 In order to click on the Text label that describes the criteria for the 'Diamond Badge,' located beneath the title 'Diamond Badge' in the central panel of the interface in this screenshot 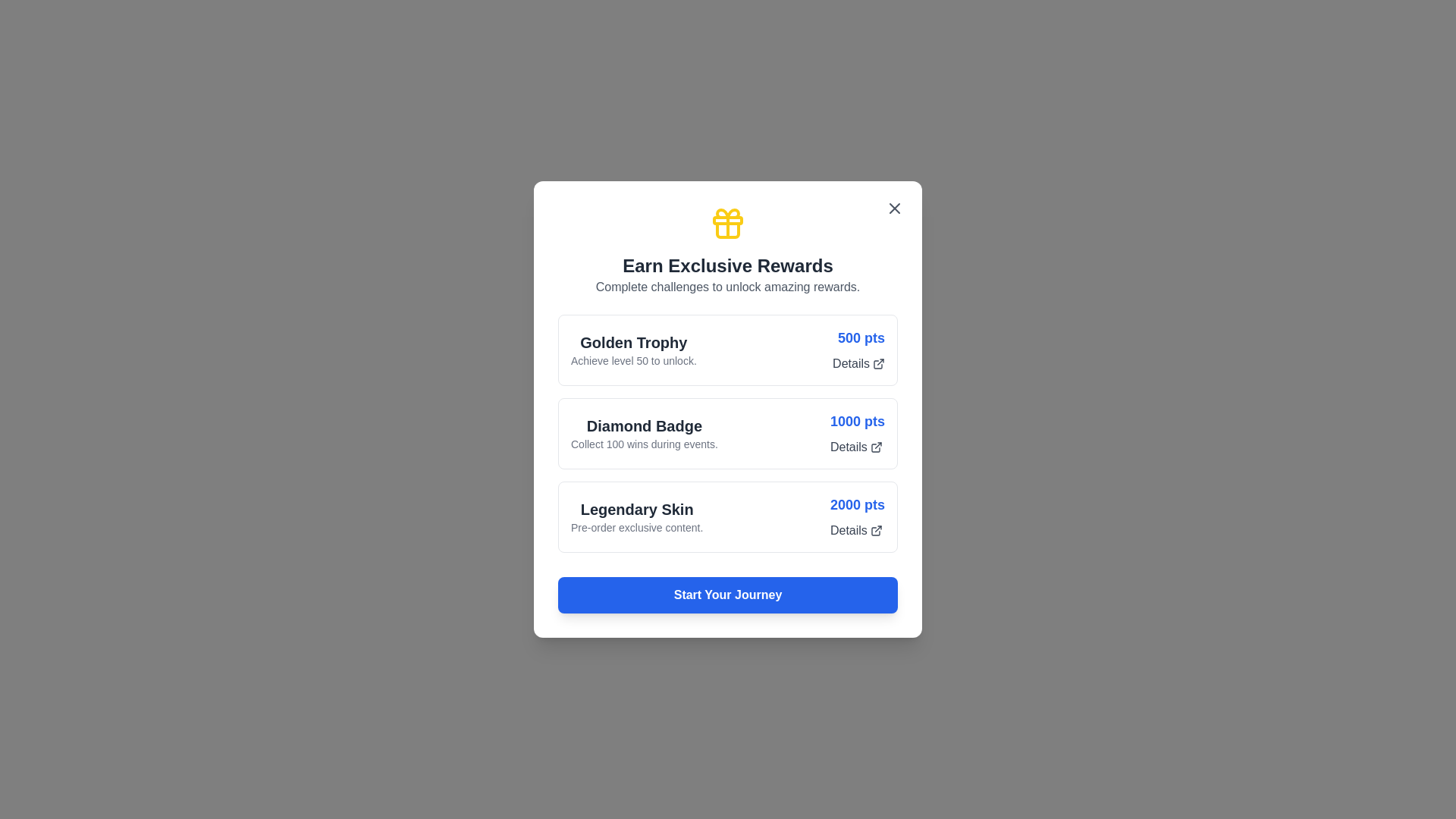, I will do `click(644, 444)`.